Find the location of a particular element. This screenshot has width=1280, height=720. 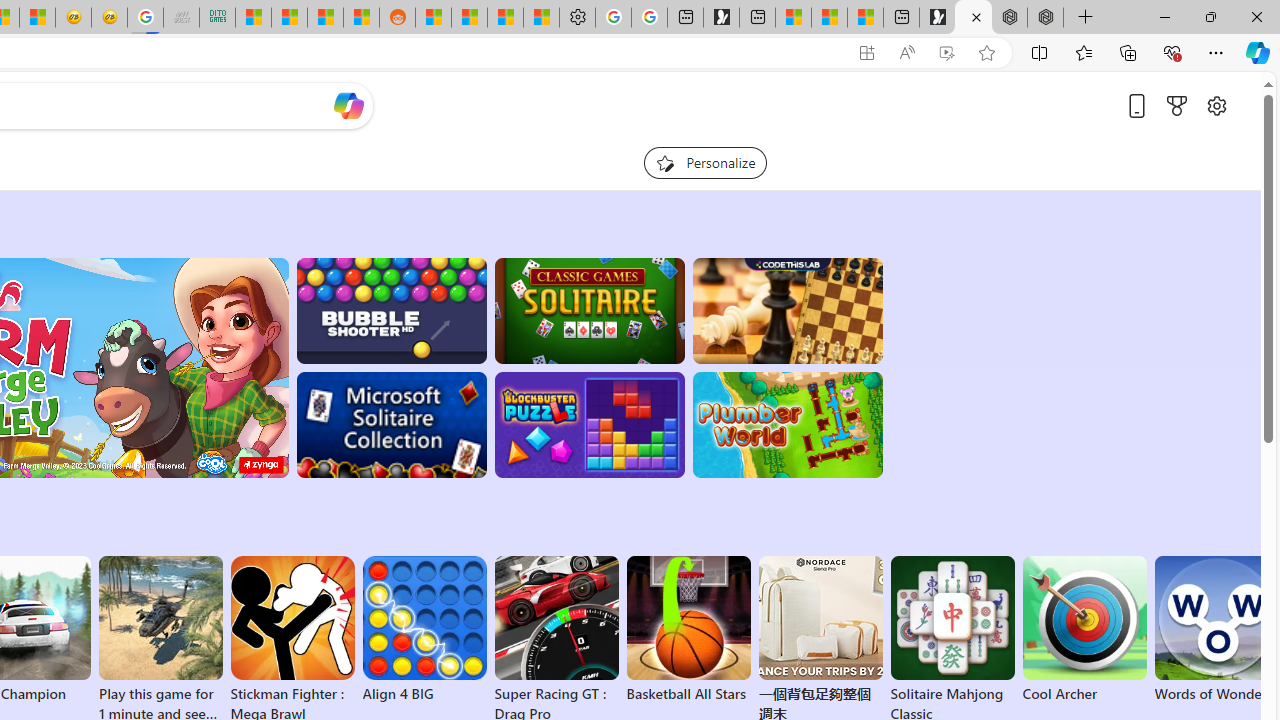

'Plumber World' is located at coordinates (786, 424).